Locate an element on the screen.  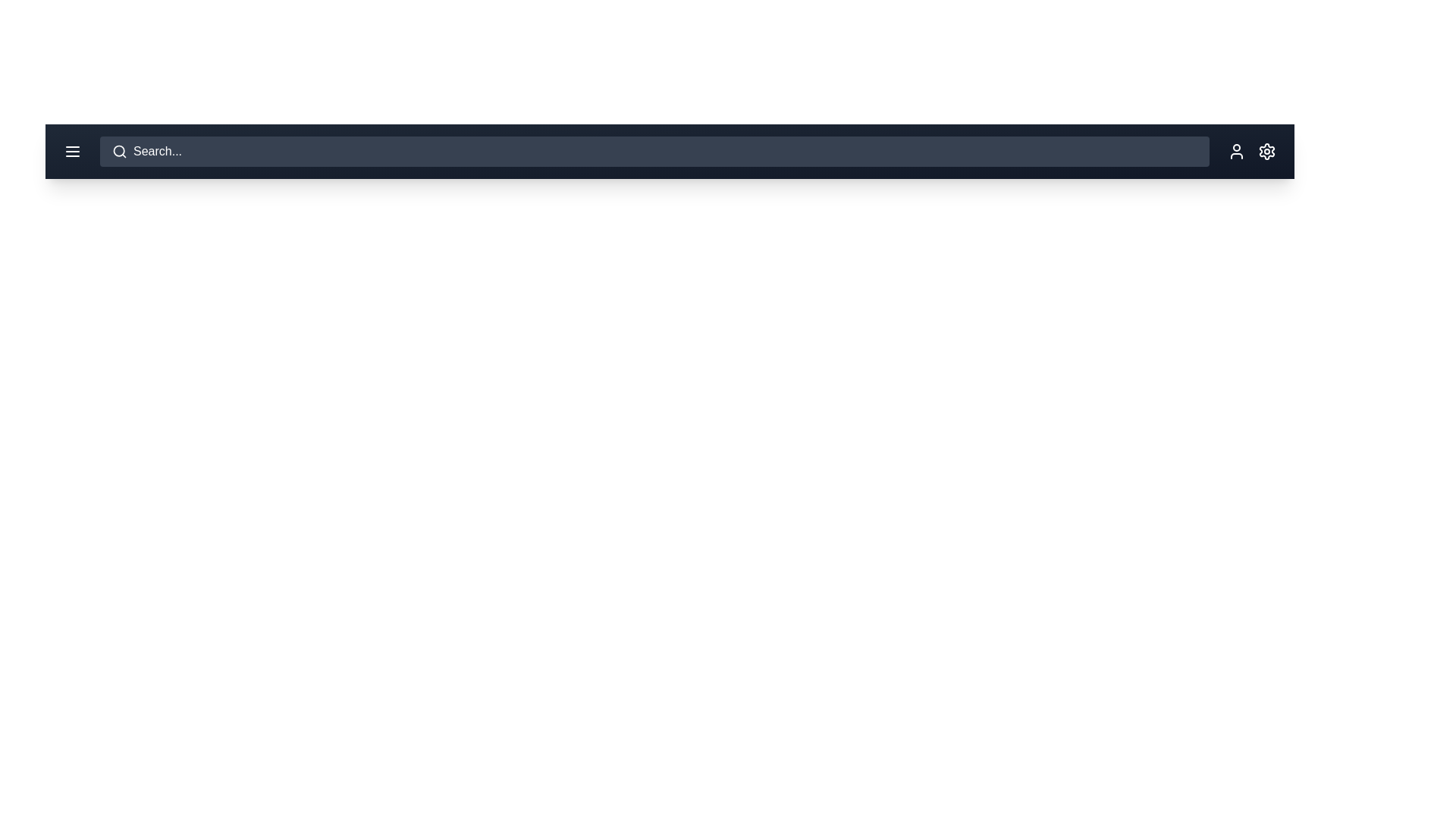
the menu toggle button is located at coordinates (72, 152).